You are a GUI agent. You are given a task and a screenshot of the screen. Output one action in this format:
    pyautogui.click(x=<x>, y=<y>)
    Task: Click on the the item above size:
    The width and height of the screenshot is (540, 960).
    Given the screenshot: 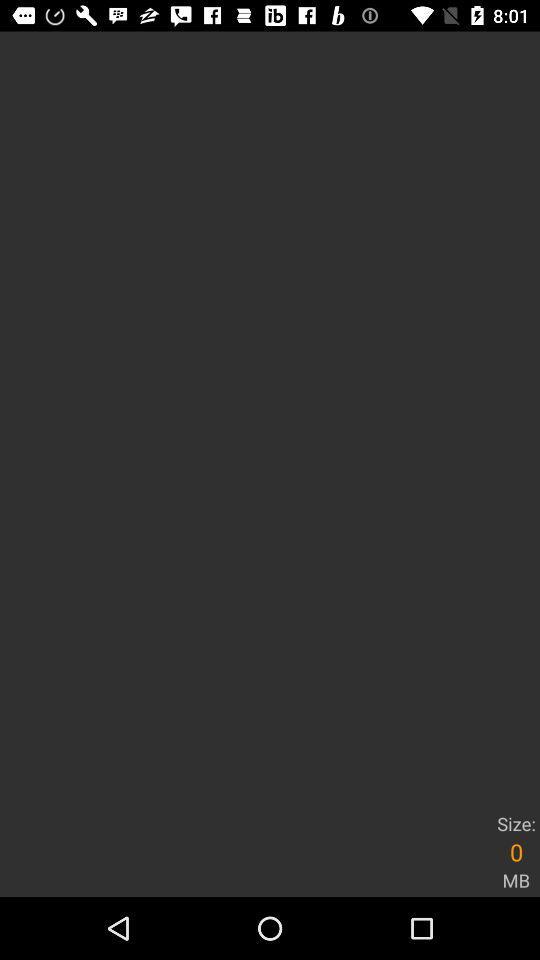 What is the action you would take?
    pyautogui.click(x=270, y=418)
    